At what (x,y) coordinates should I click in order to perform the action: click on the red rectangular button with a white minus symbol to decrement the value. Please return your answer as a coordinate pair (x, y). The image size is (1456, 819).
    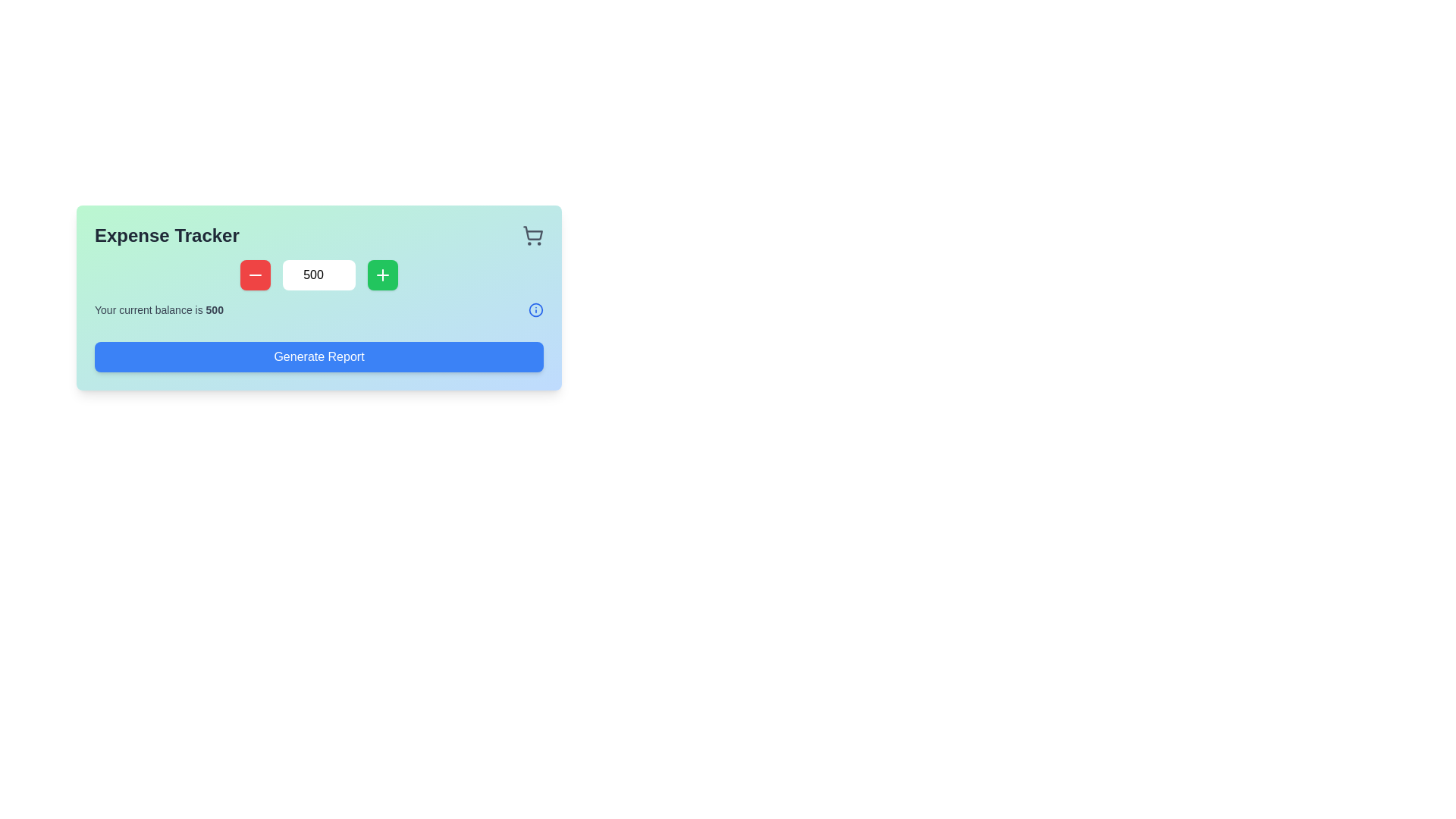
    Looking at the image, I should click on (255, 275).